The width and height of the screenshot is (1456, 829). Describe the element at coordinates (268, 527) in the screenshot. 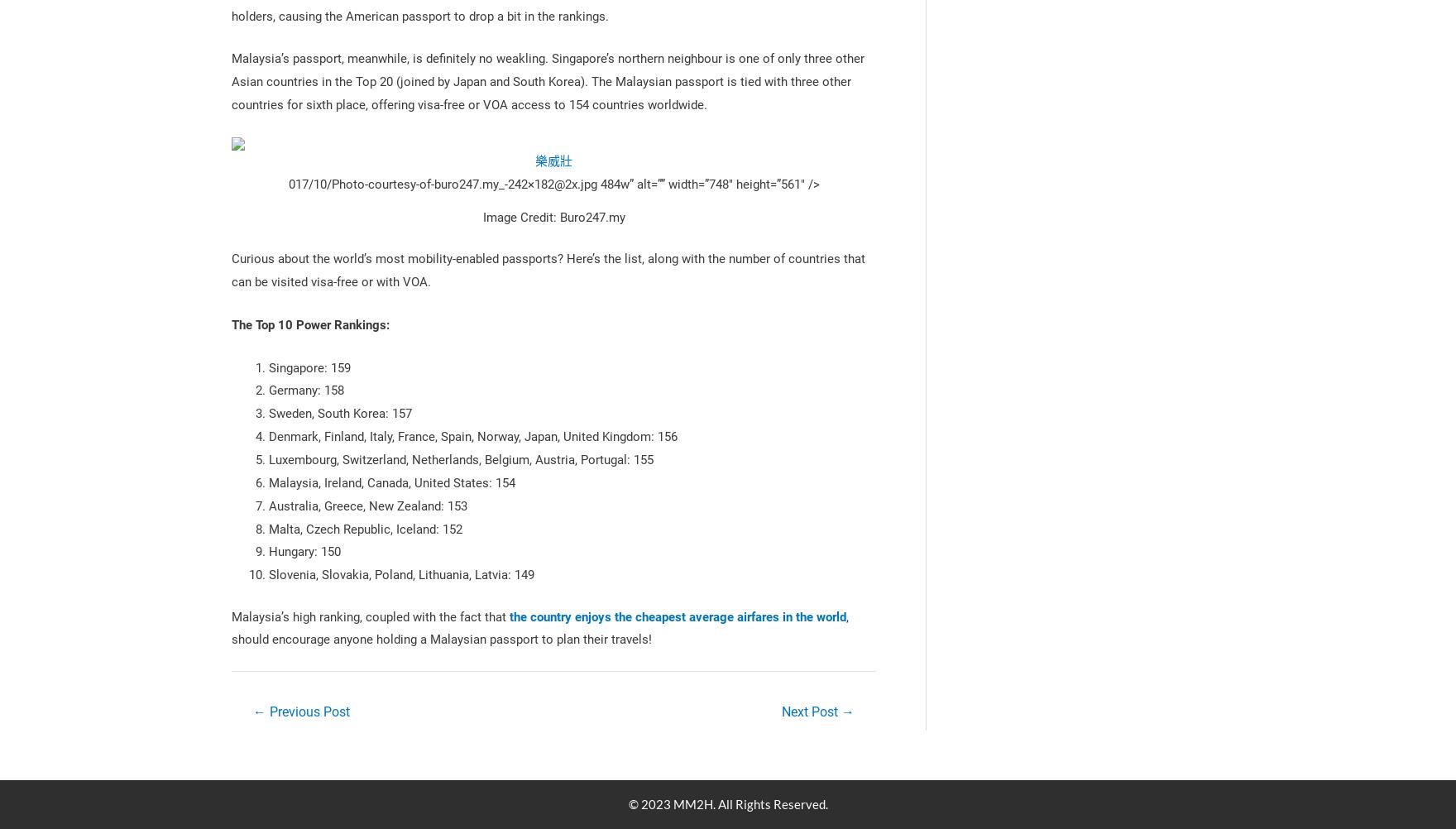

I see `'Malta, Czech Republic, Iceland: 152'` at that location.